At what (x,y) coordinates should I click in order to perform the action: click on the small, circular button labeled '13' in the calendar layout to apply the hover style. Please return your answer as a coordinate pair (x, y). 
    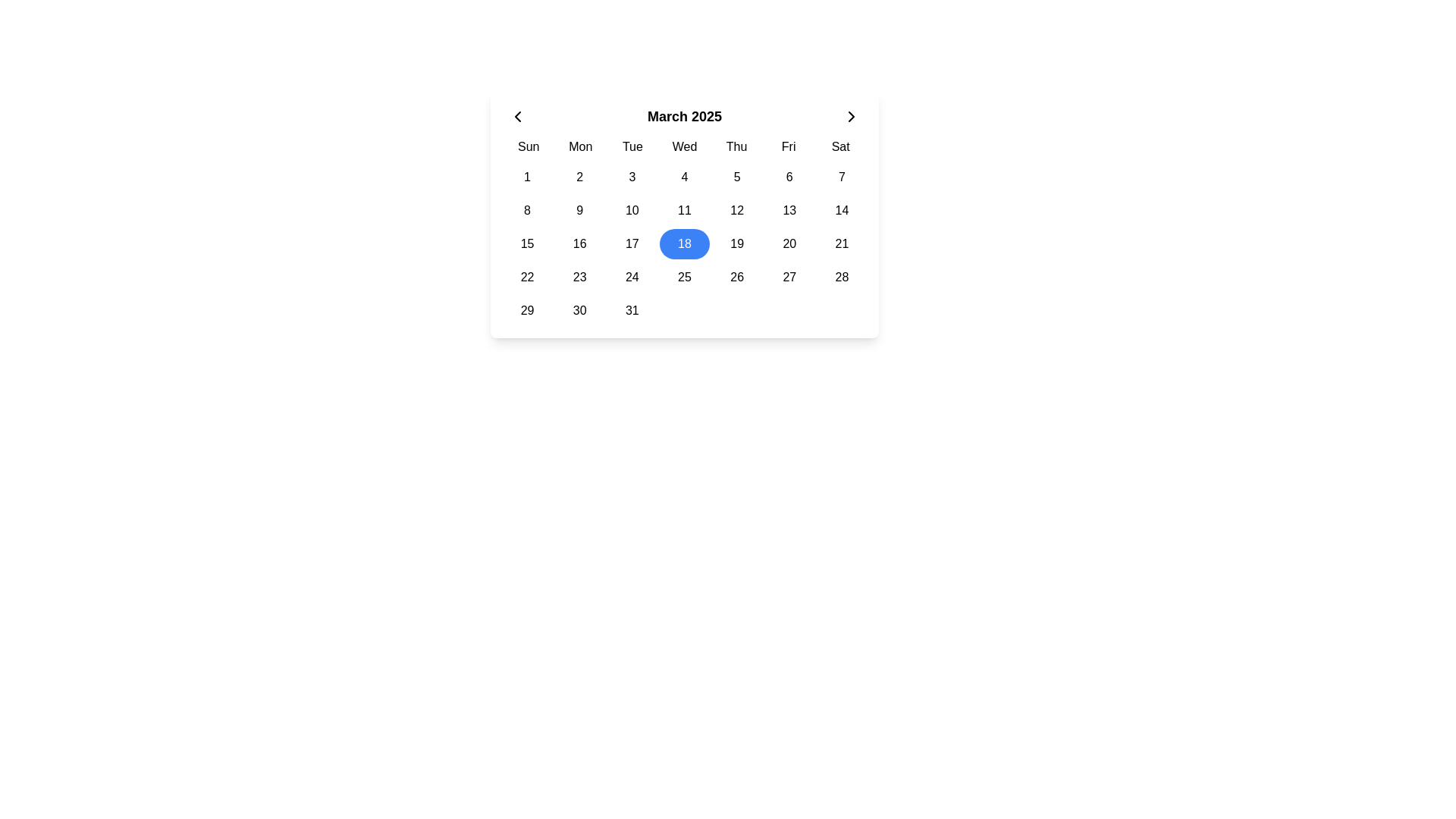
    Looking at the image, I should click on (789, 210).